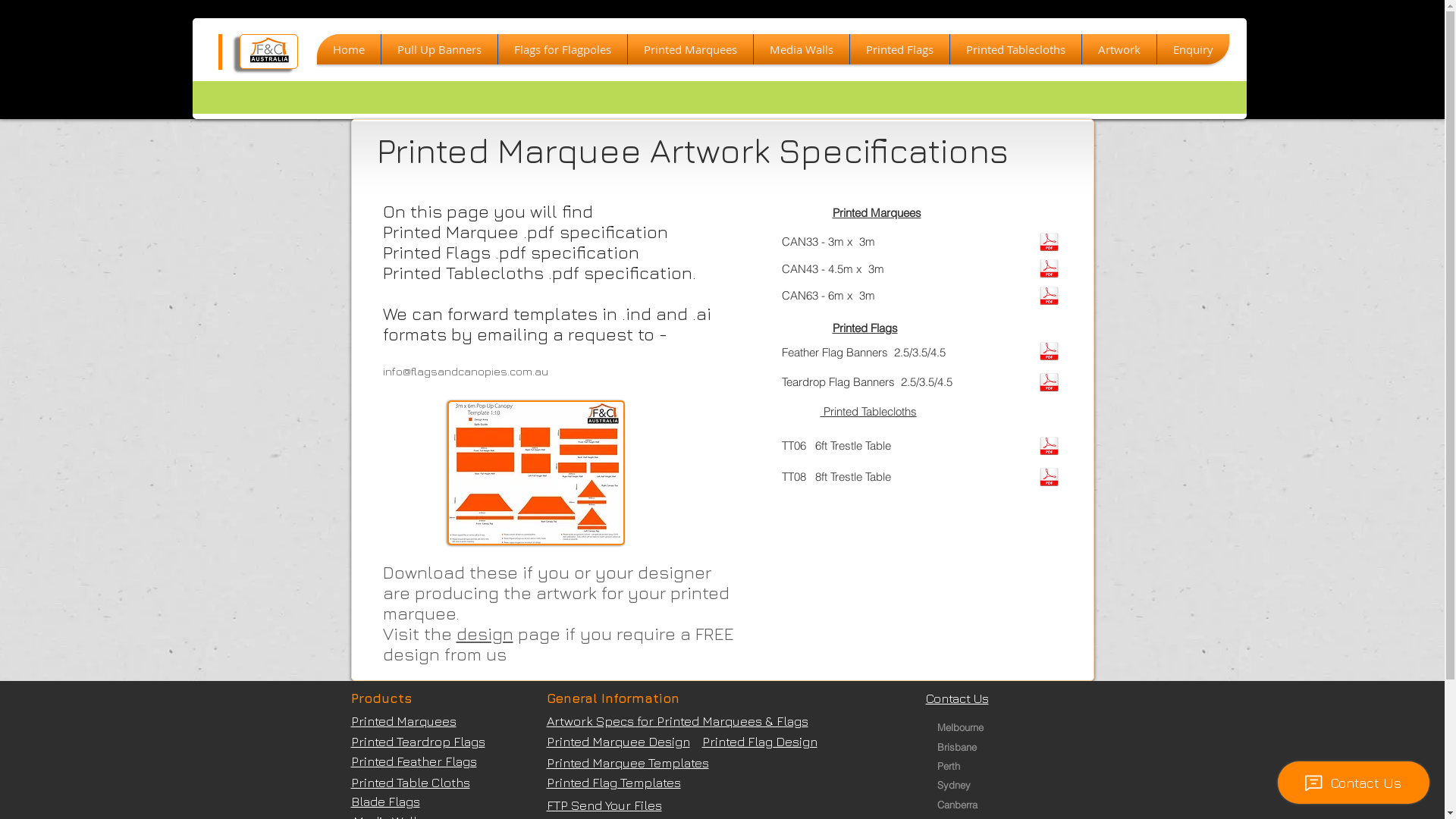 This screenshot has height=819, width=1456. Describe the element at coordinates (612, 698) in the screenshot. I see `'General Information'` at that location.